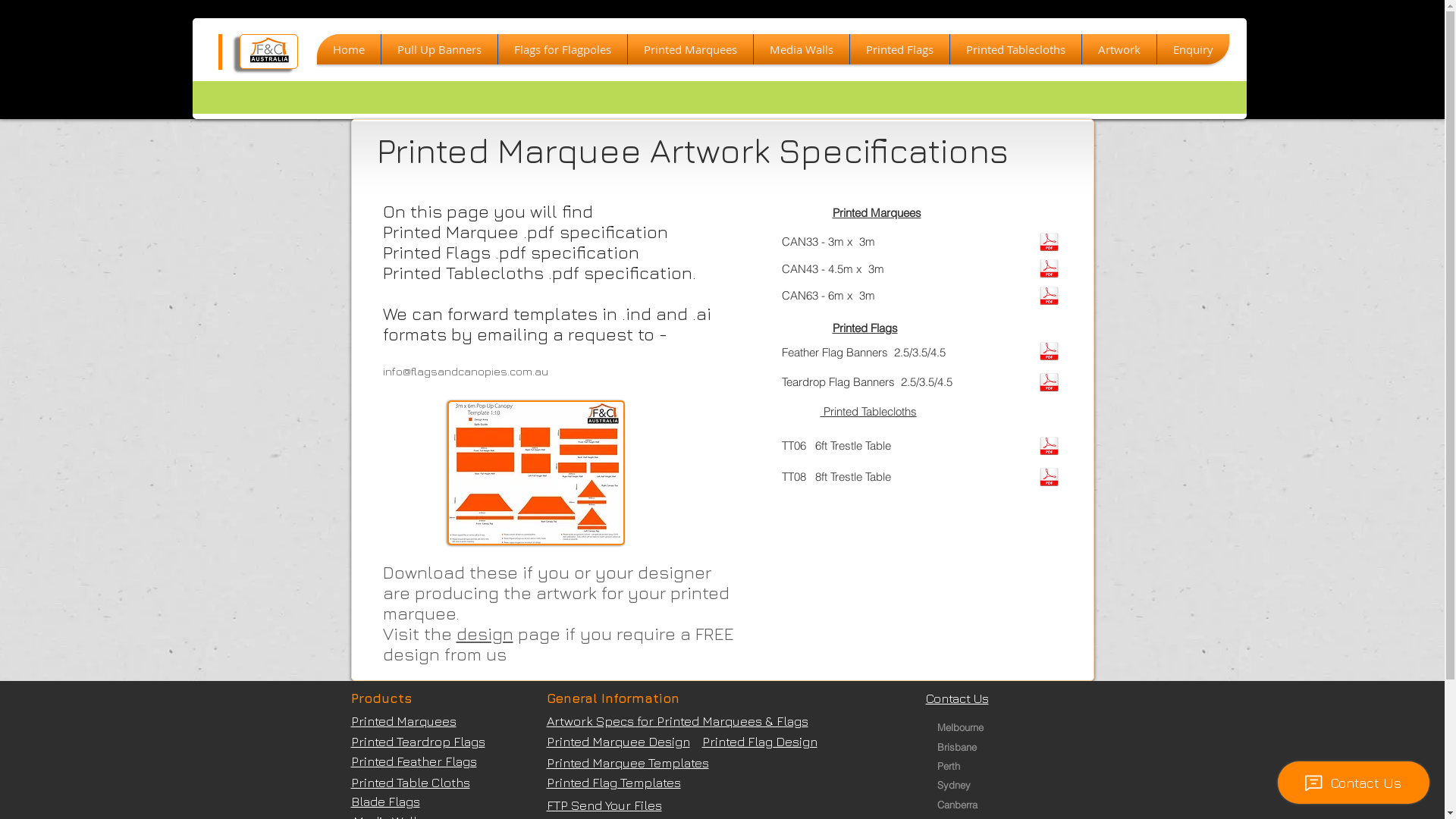 This screenshot has height=819, width=1456. Describe the element at coordinates (612, 698) in the screenshot. I see `'General Information'` at that location.